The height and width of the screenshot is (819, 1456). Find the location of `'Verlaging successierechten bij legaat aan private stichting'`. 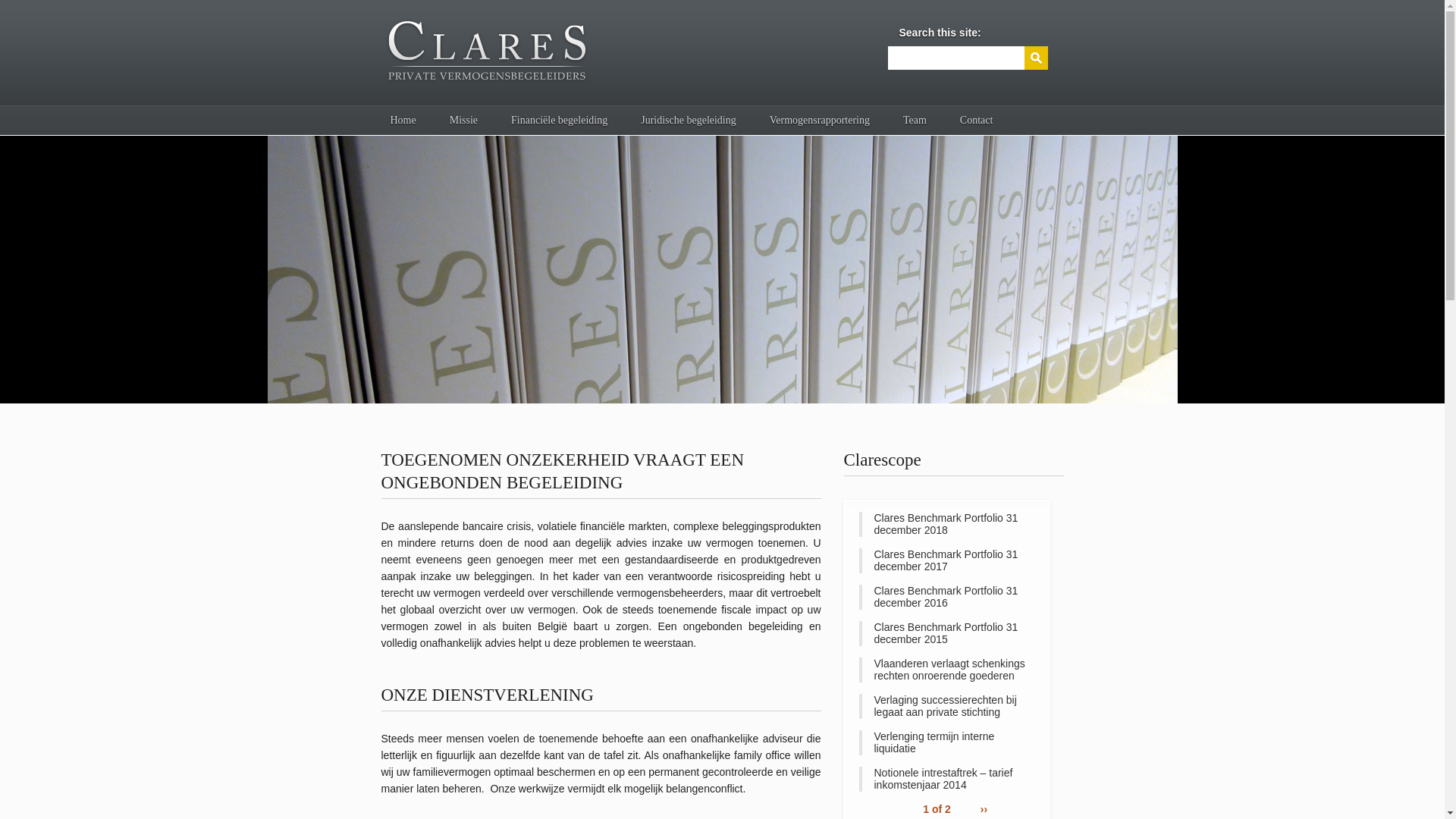

'Verlaging successierechten bij legaat aan private stichting' is located at coordinates (945, 706).